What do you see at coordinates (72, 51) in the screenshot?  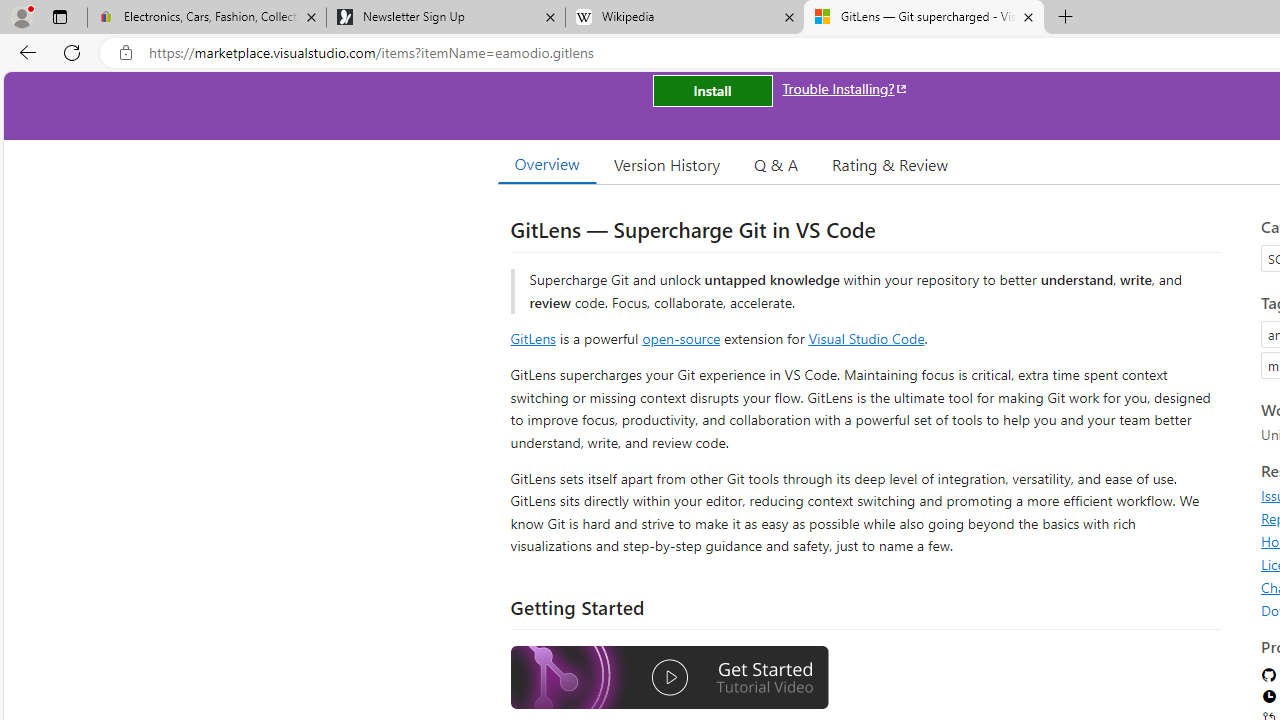 I see `'Refresh'` at bounding box center [72, 51].